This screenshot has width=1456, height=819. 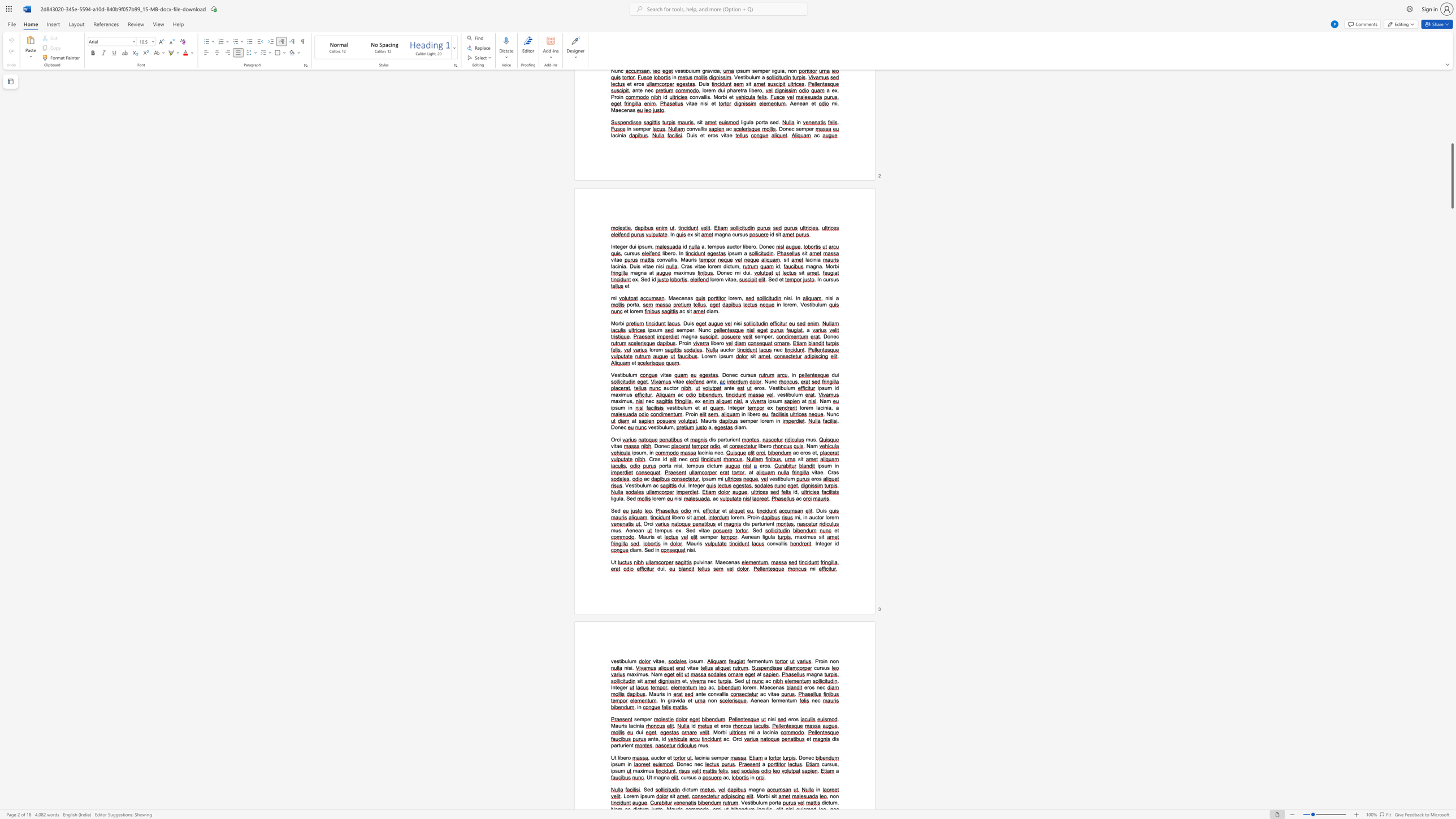 I want to click on the space between the continuous character "a" and "u" in the text, so click(x=645, y=536).